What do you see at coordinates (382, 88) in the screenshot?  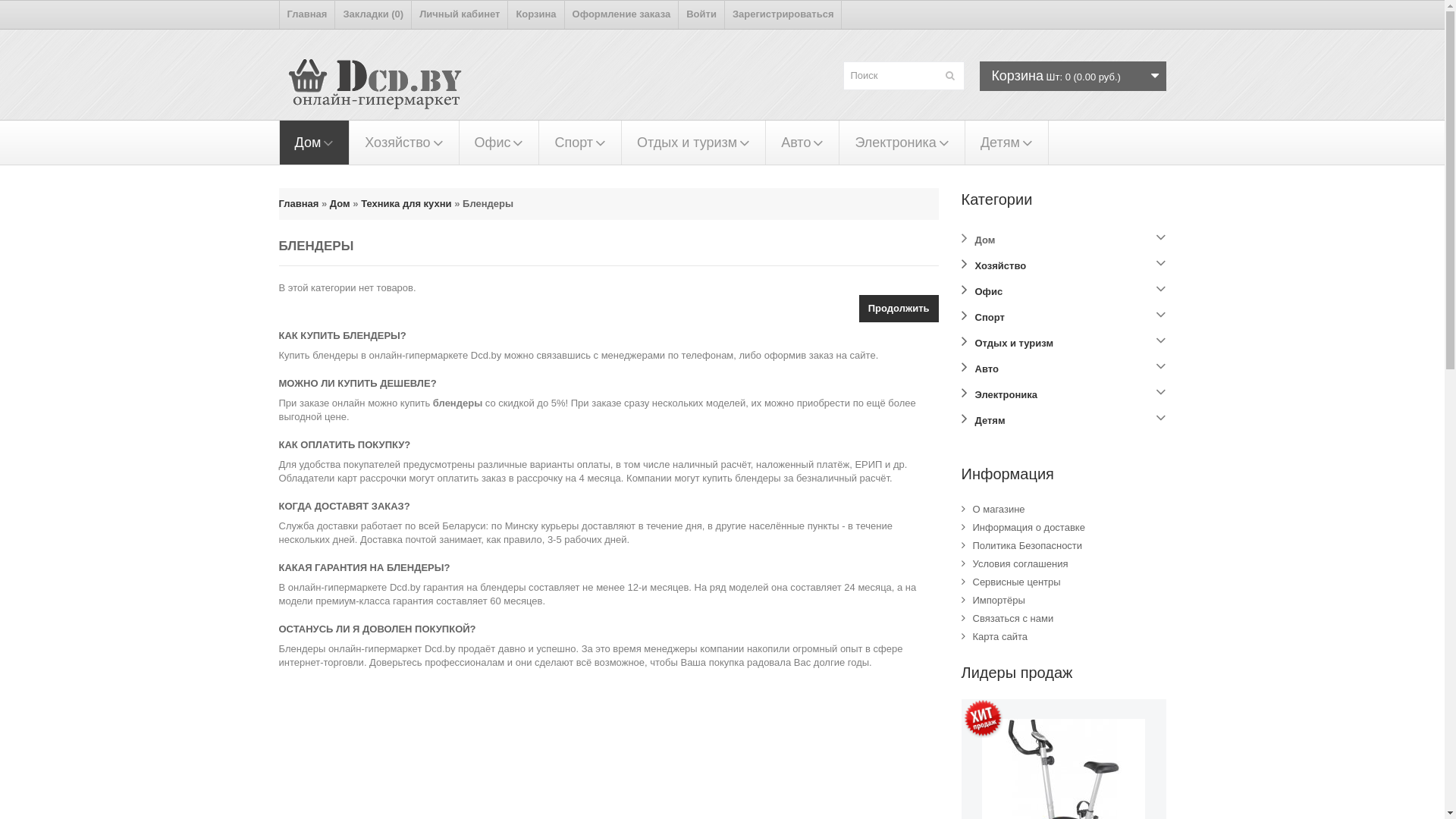 I see `'Dcd.by'` at bounding box center [382, 88].